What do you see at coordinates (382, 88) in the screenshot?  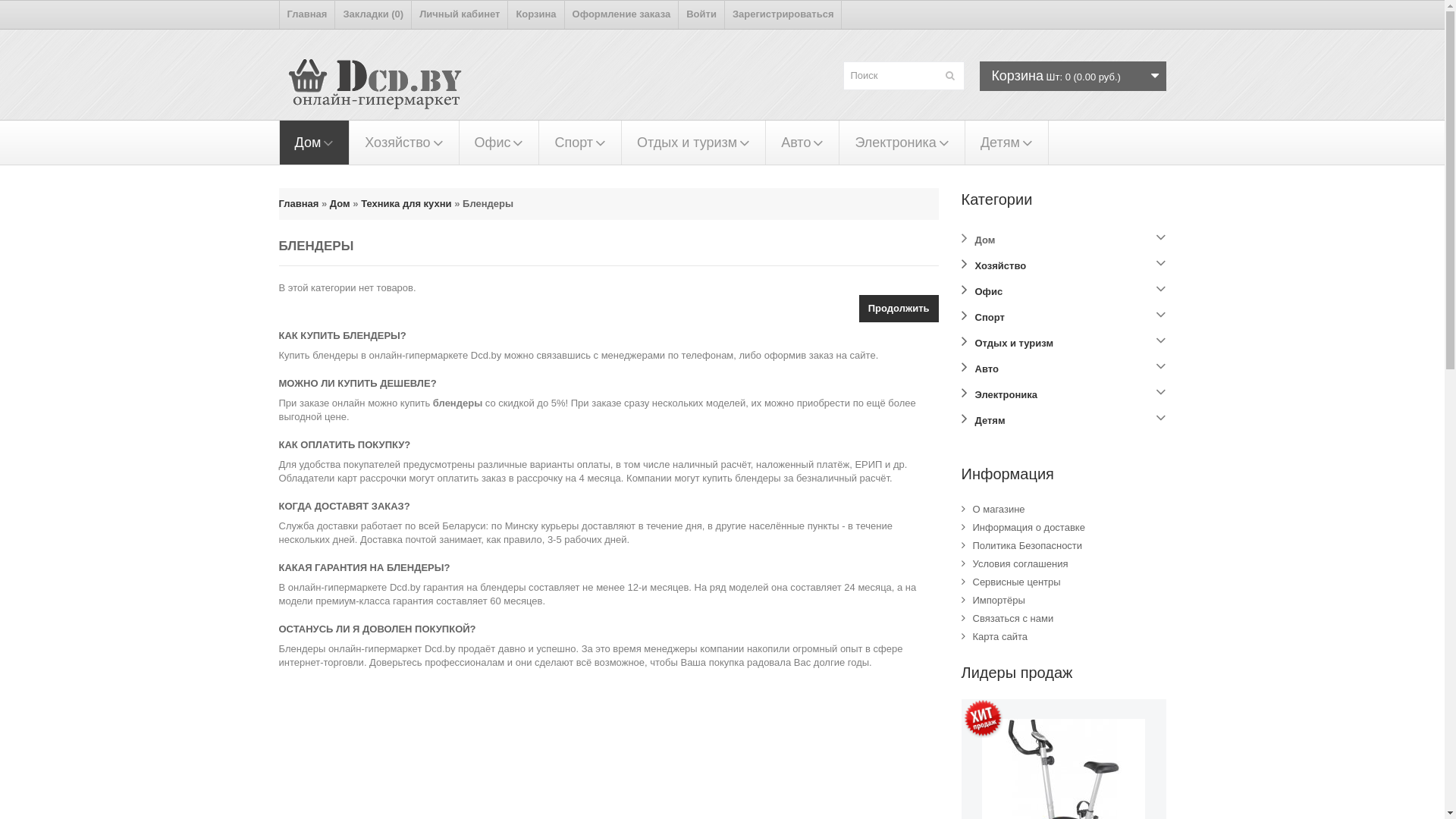 I see `'Dcd.by'` at bounding box center [382, 88].